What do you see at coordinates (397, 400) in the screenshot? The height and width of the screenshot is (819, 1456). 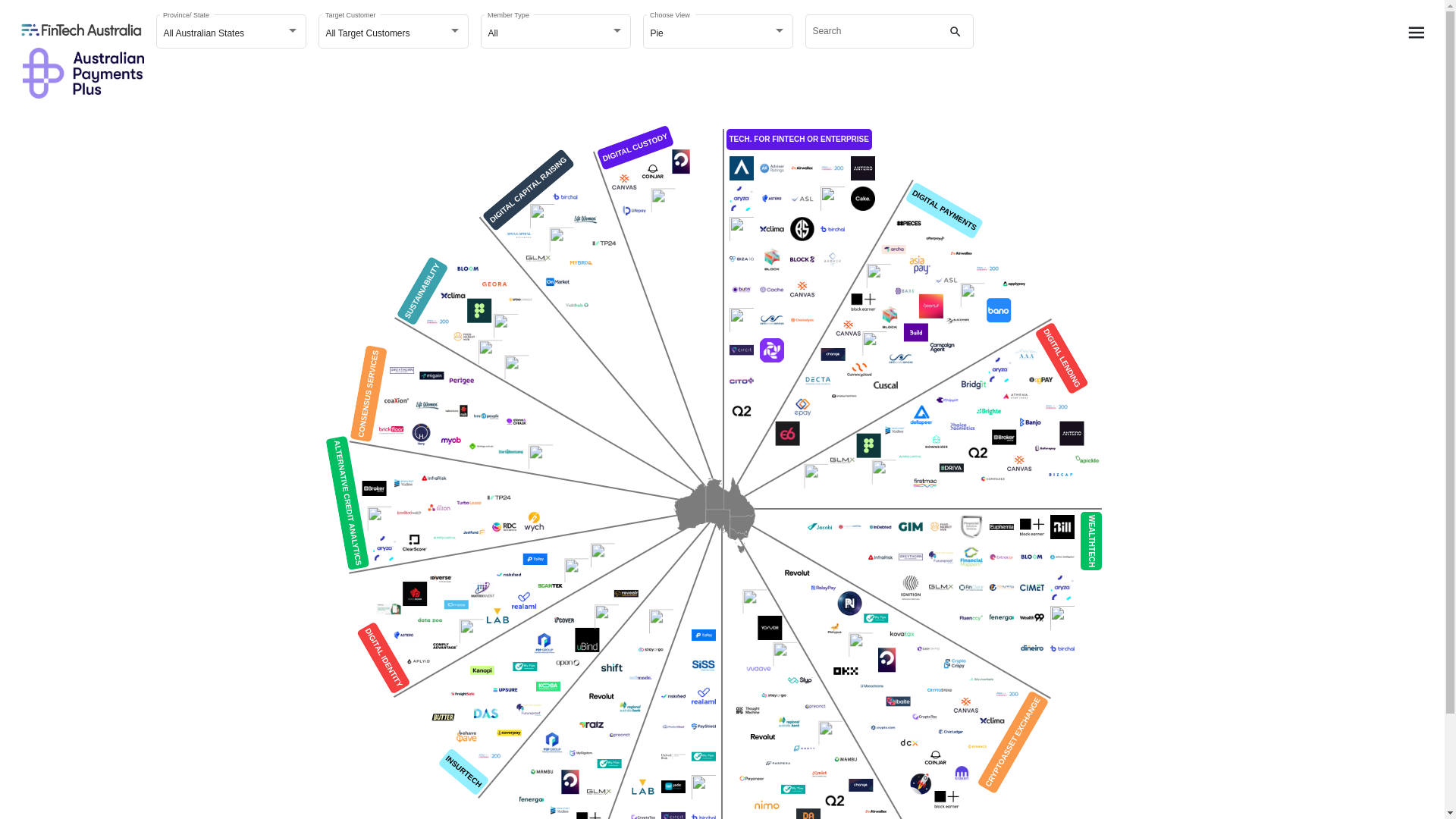 I see `'Coaxion'` at bounding box center [397, 400].